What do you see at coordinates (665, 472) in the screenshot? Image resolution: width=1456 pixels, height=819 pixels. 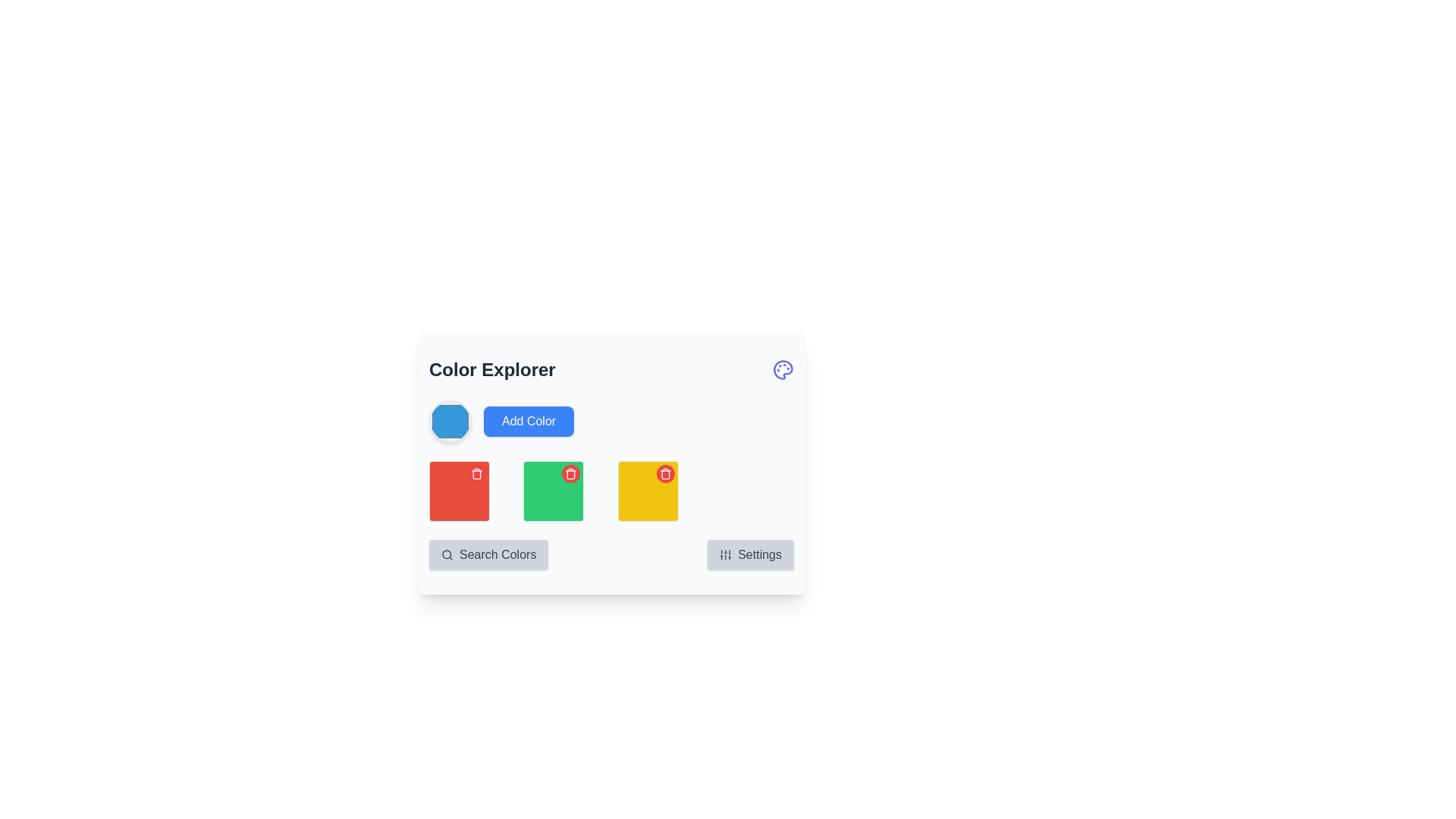 I see `the delete button located in the top-right corner of the yellow square in the third column of color blocks within the 'Color Explorer' interface` at bounding box center [665, 472].